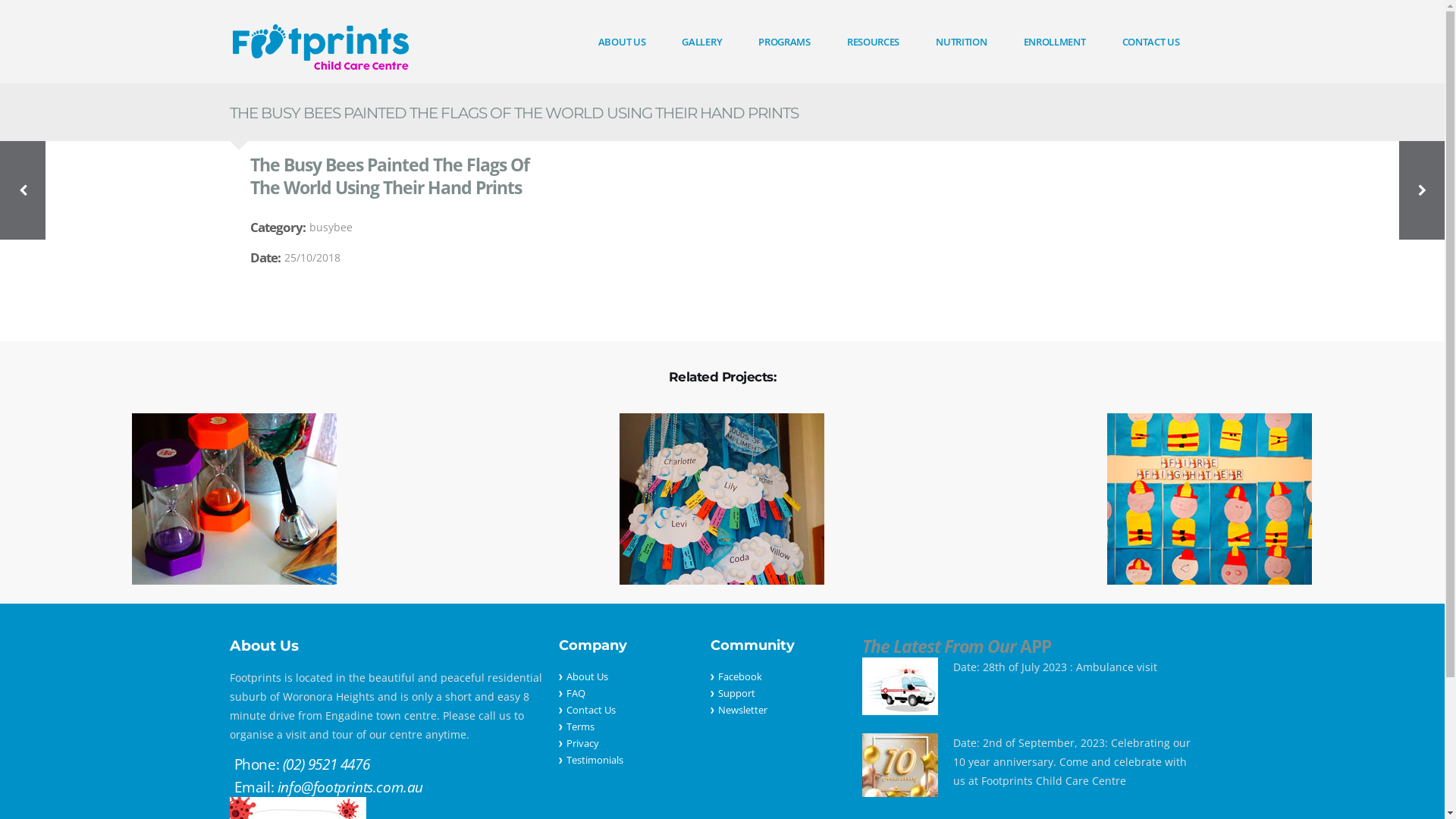 The image size is (1456, 819). What do you see at coordinates (736, 693) in the screenshot?
I see `'Support'` at bounding box center [736, 693].